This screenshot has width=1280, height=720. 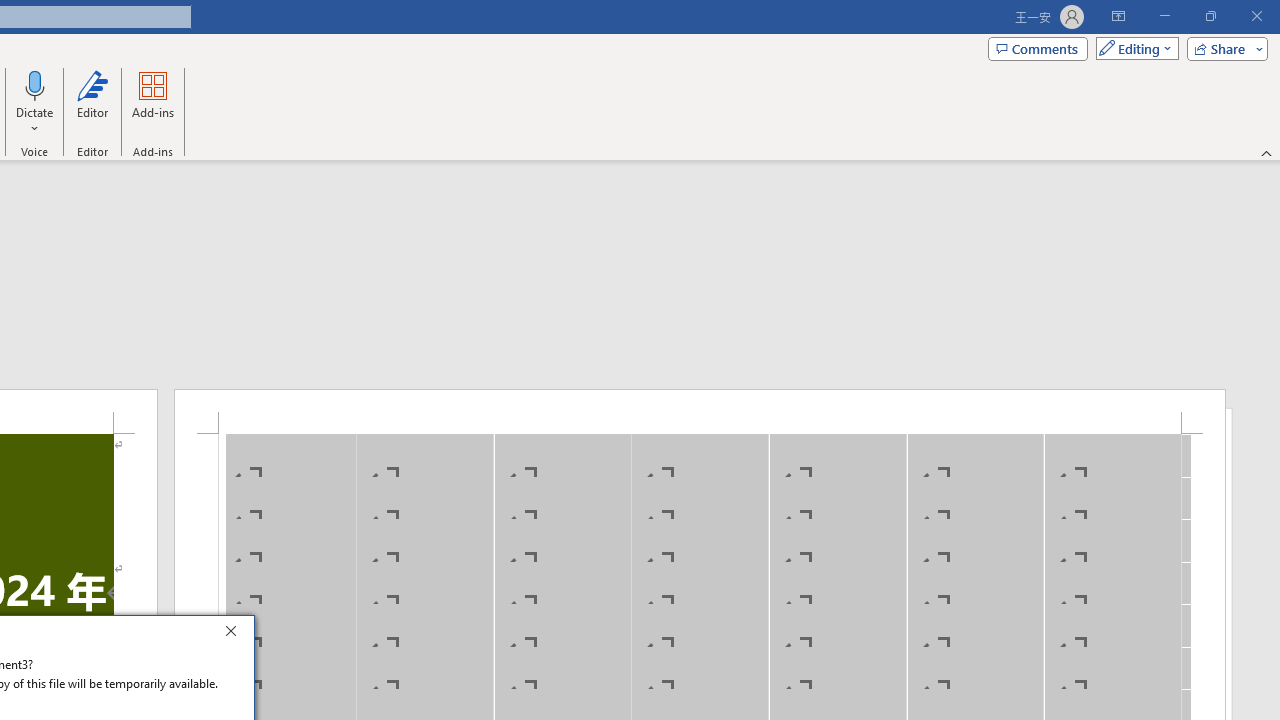 What do you see at coordinates (1266, 152) in the screenshot?
I see `'Collapse the Ribbon'` at bounding box center [1266, 152].